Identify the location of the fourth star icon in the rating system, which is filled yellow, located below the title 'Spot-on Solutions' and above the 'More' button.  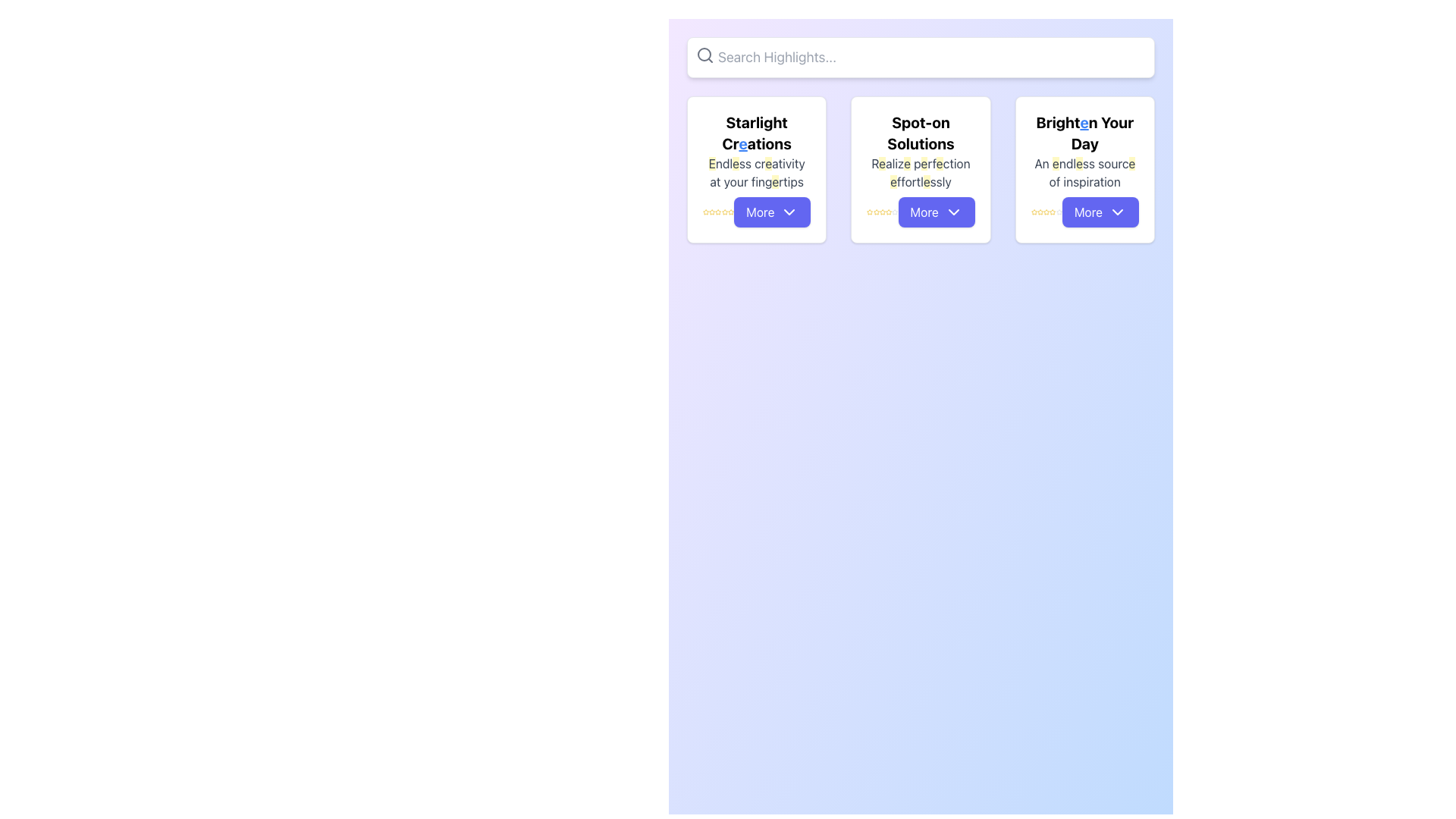
(882, 212).